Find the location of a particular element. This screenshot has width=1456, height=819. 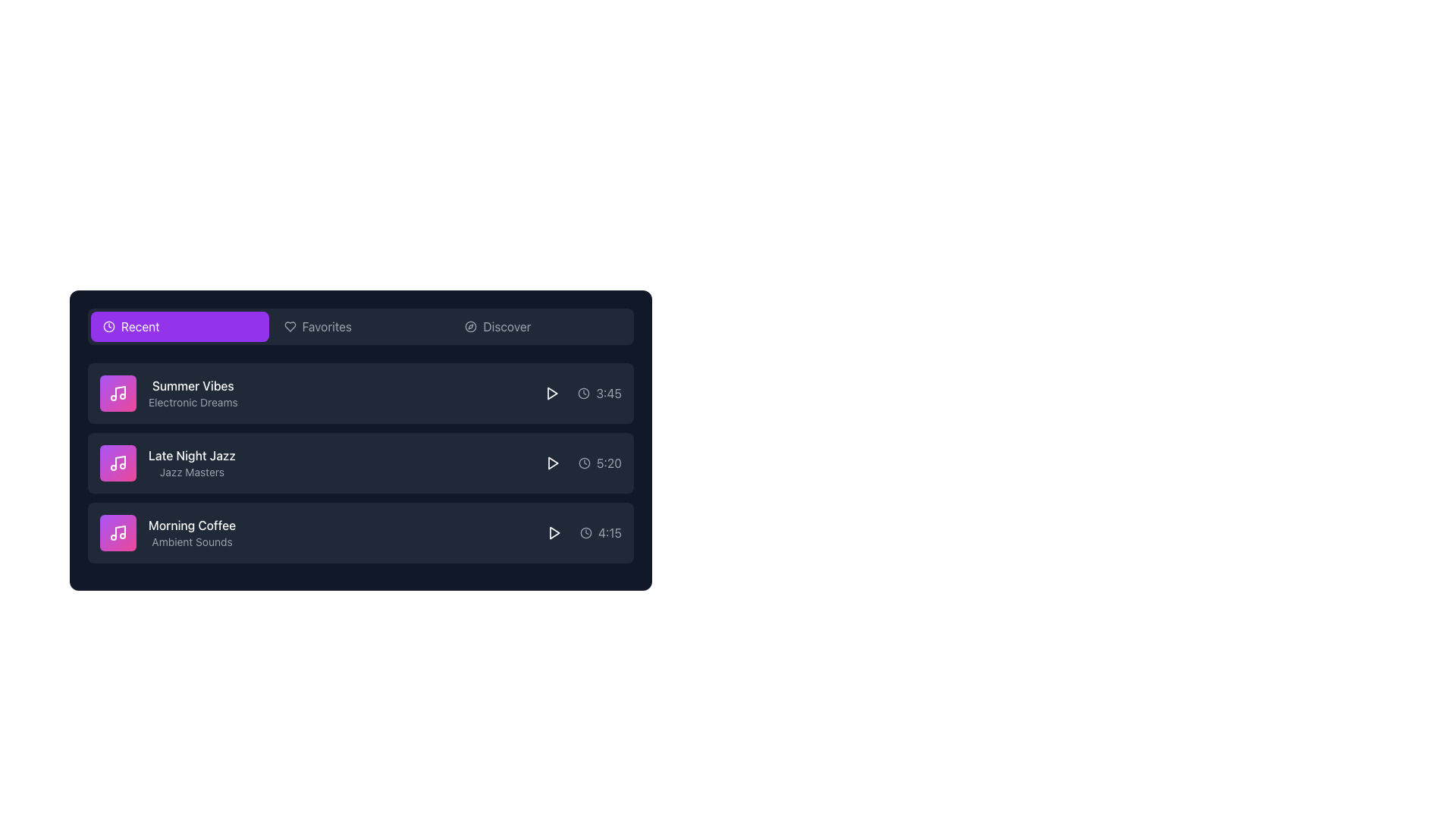

the triangular play icon button styled with a white stroke on a dark background, located in the 'Late Night Jazz' music entry row, near the textual timestamp is located at coordinates (551, 462).